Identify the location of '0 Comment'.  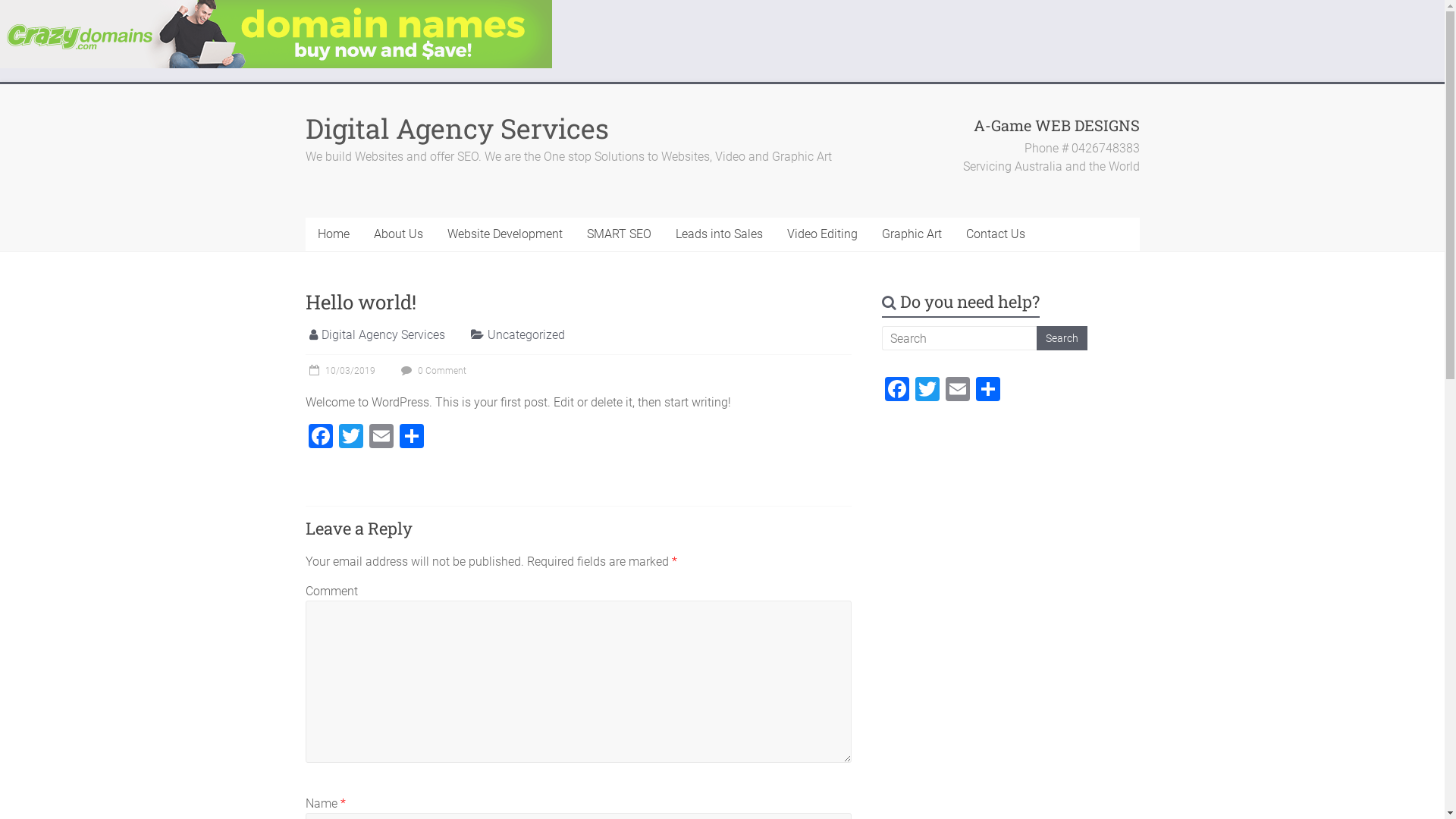
(431, 371).